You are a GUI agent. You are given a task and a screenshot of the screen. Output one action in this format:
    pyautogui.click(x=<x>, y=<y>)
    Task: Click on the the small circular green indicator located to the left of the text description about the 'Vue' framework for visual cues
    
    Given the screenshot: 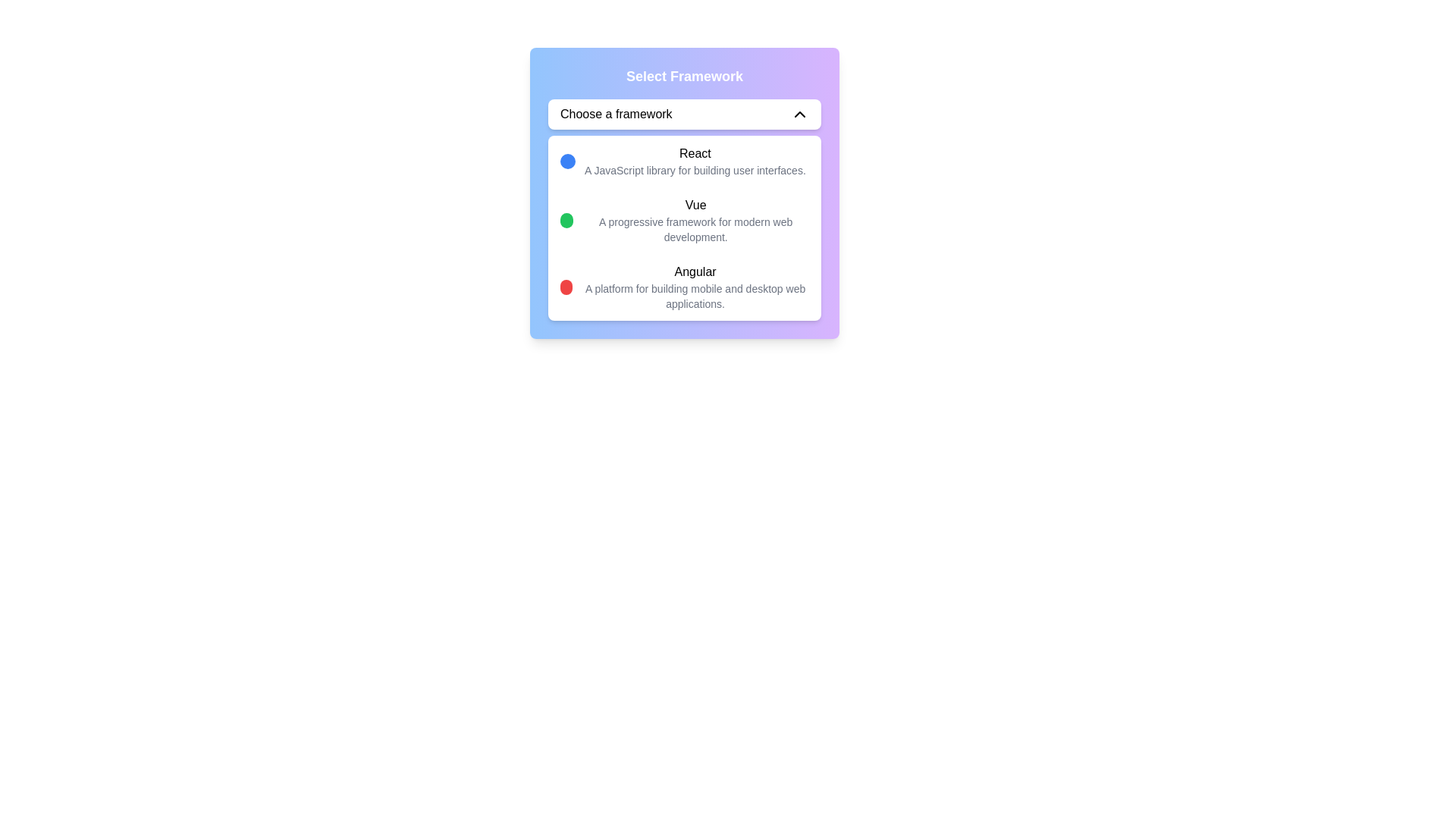 What is the action you would take?
    pyautogui.click(x=566, y=220)
    